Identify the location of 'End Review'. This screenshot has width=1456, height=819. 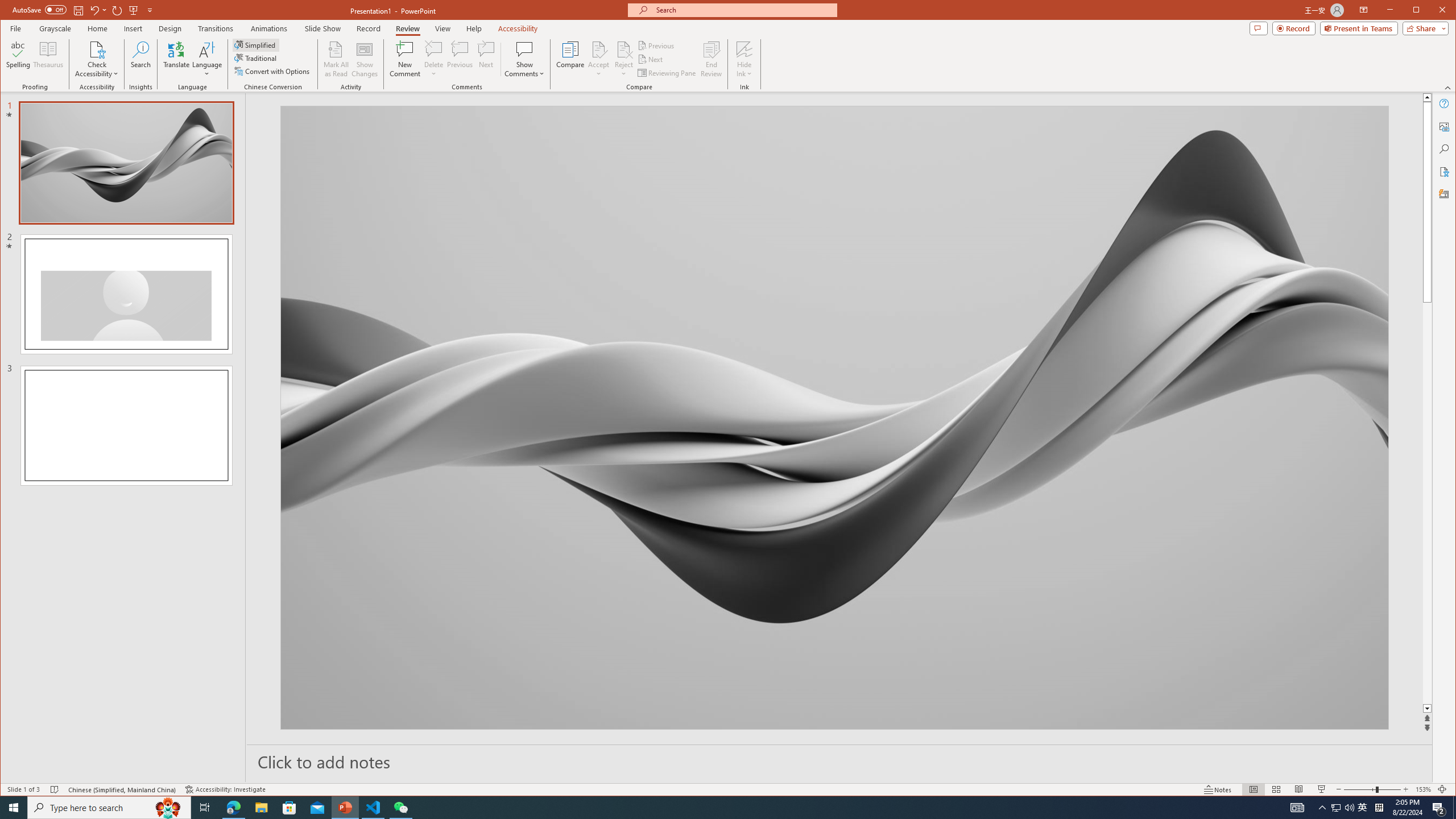
(711, 59).